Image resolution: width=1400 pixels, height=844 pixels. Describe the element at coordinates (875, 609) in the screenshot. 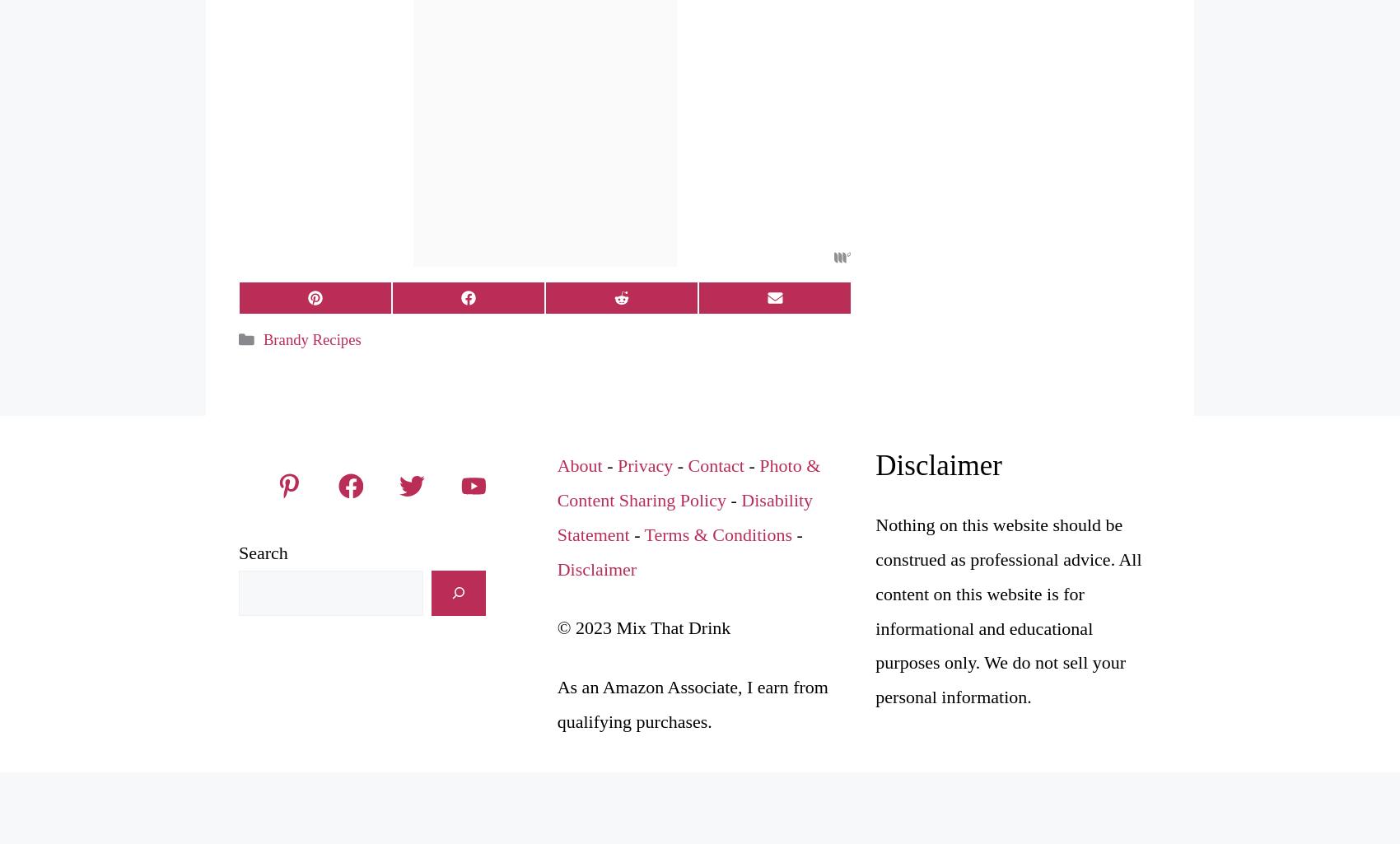

I see `'Nothing on this website should be construed as professional advice. All content on this website is for informational and educational purposes only. We do not sell your personal information.'` at that location.